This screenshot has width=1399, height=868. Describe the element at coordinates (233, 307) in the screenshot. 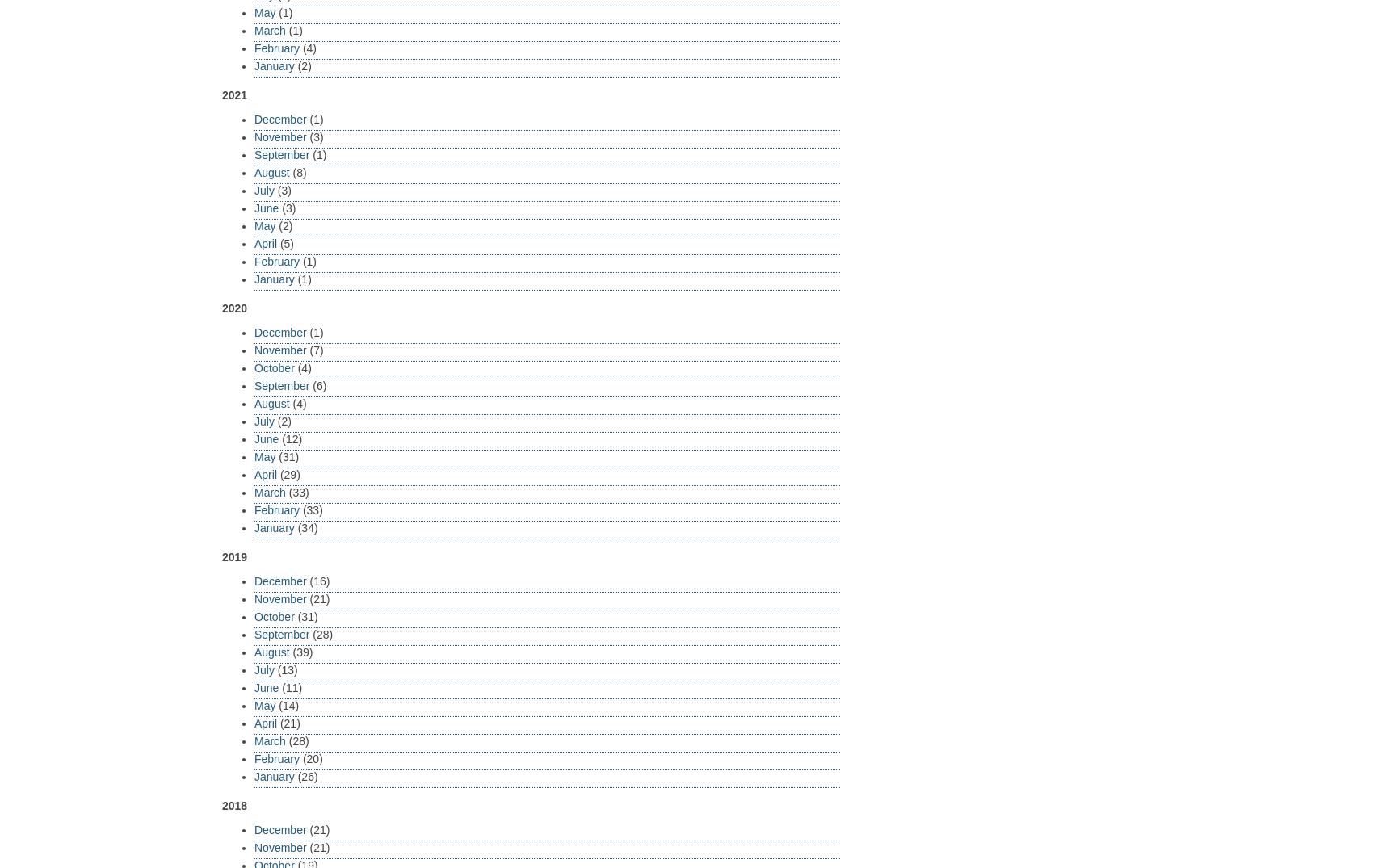

I see `'2020'` at that location.